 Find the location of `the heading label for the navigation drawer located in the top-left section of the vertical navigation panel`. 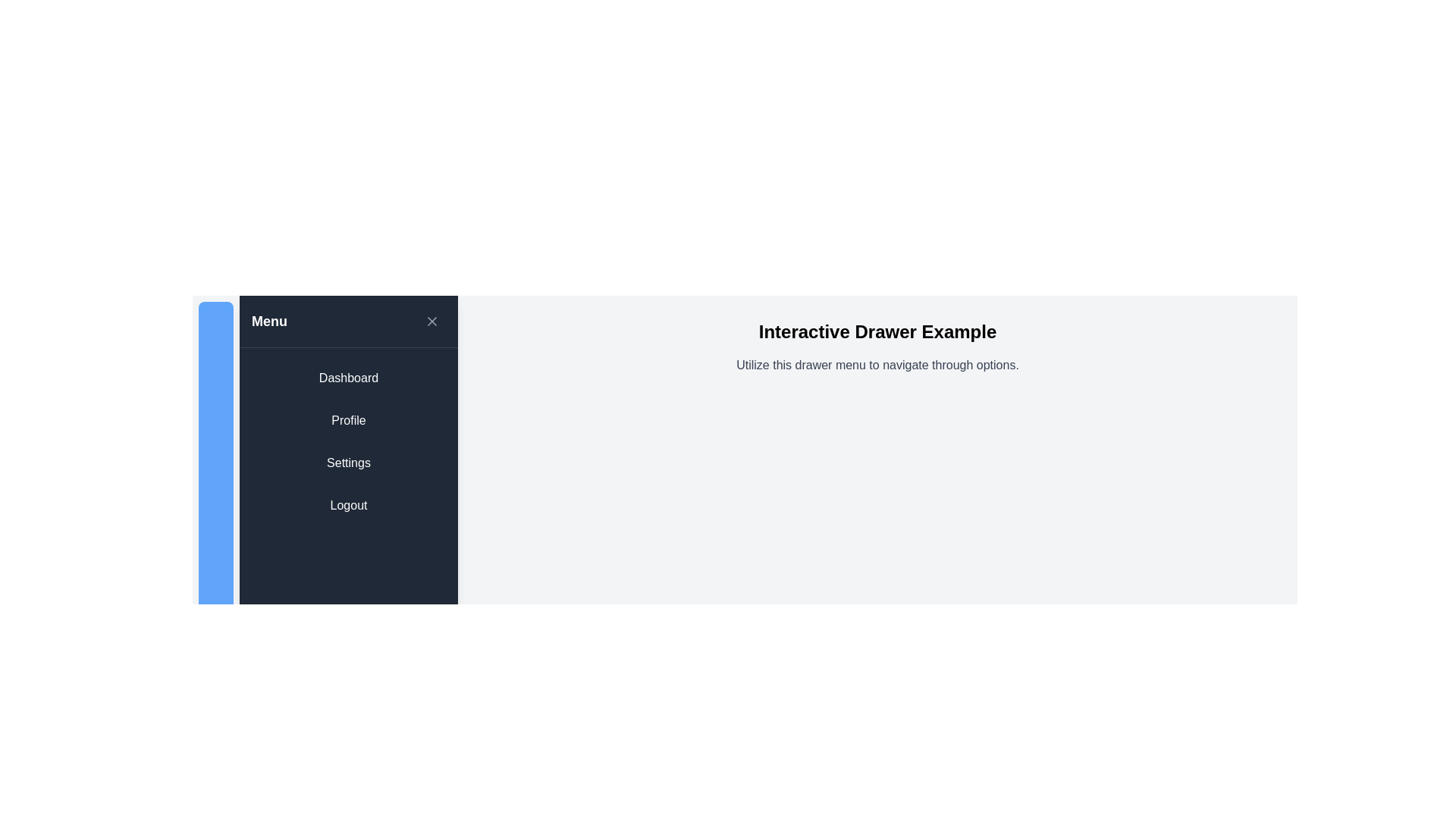

the heading label for the navigation drawer located in the top-left section of the vertical navigation panel is located at coordinates (269, 321).